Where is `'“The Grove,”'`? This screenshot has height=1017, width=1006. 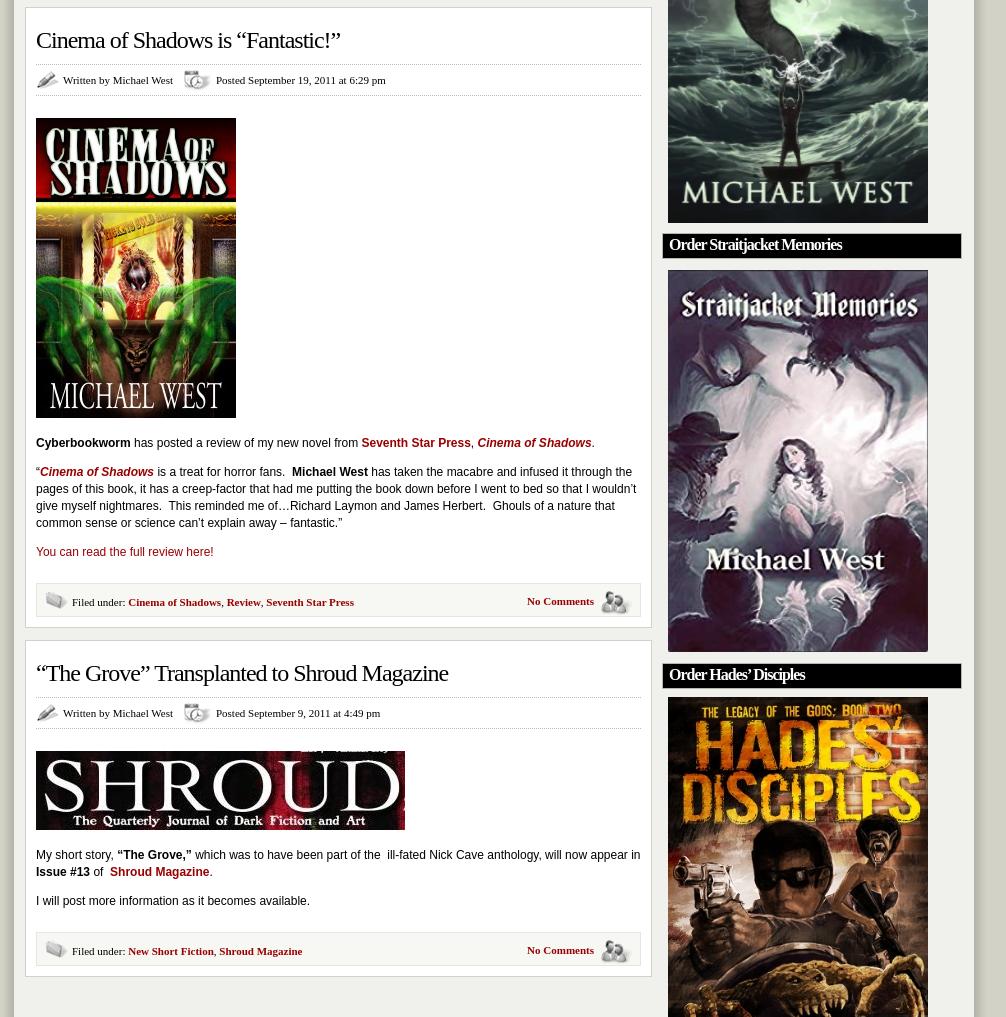 '“The Grove,”' is located at coordinates (116, 854).